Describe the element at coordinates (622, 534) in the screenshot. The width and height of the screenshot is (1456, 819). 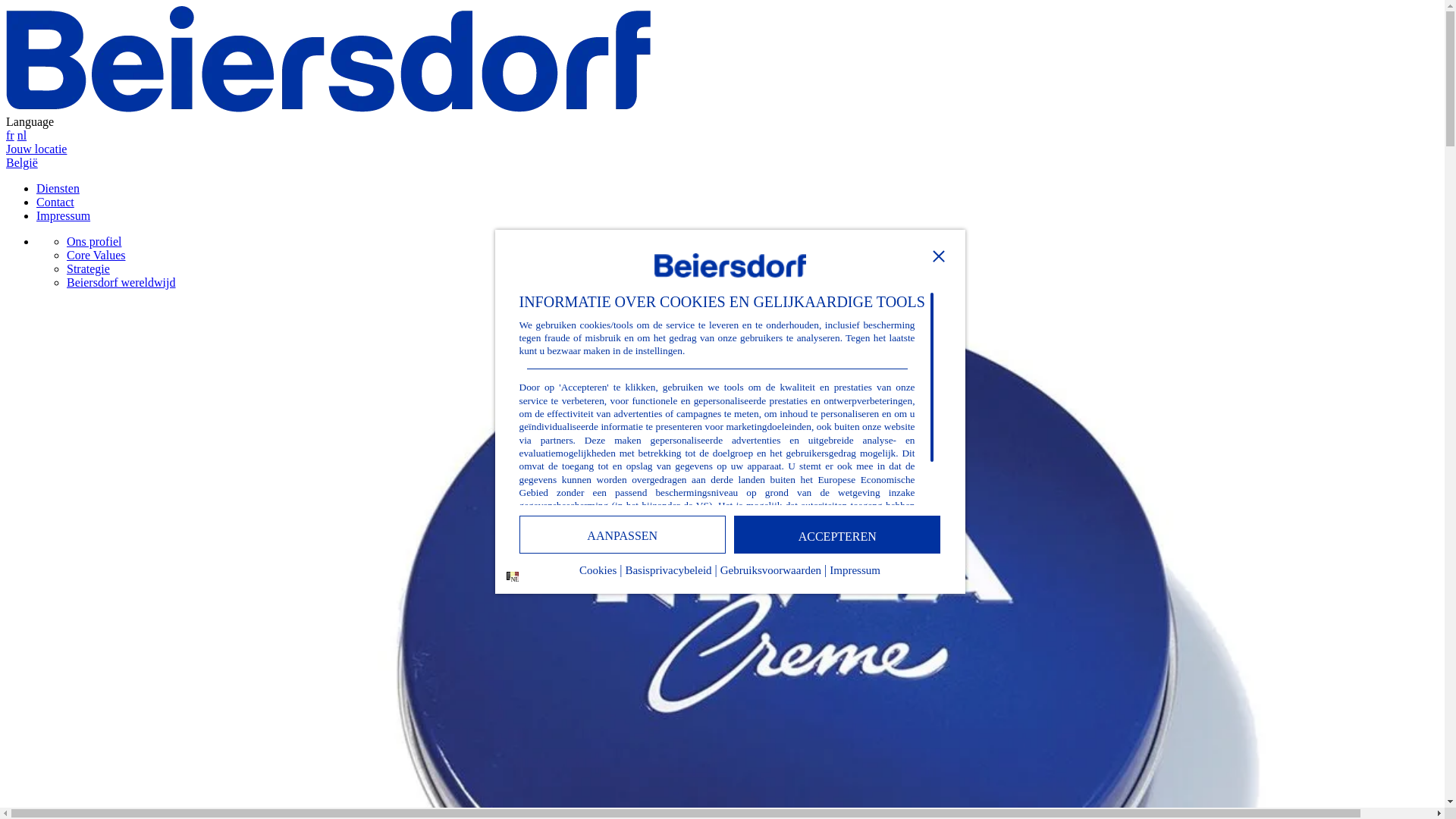
I see `'AANPASSEN'` at that location.